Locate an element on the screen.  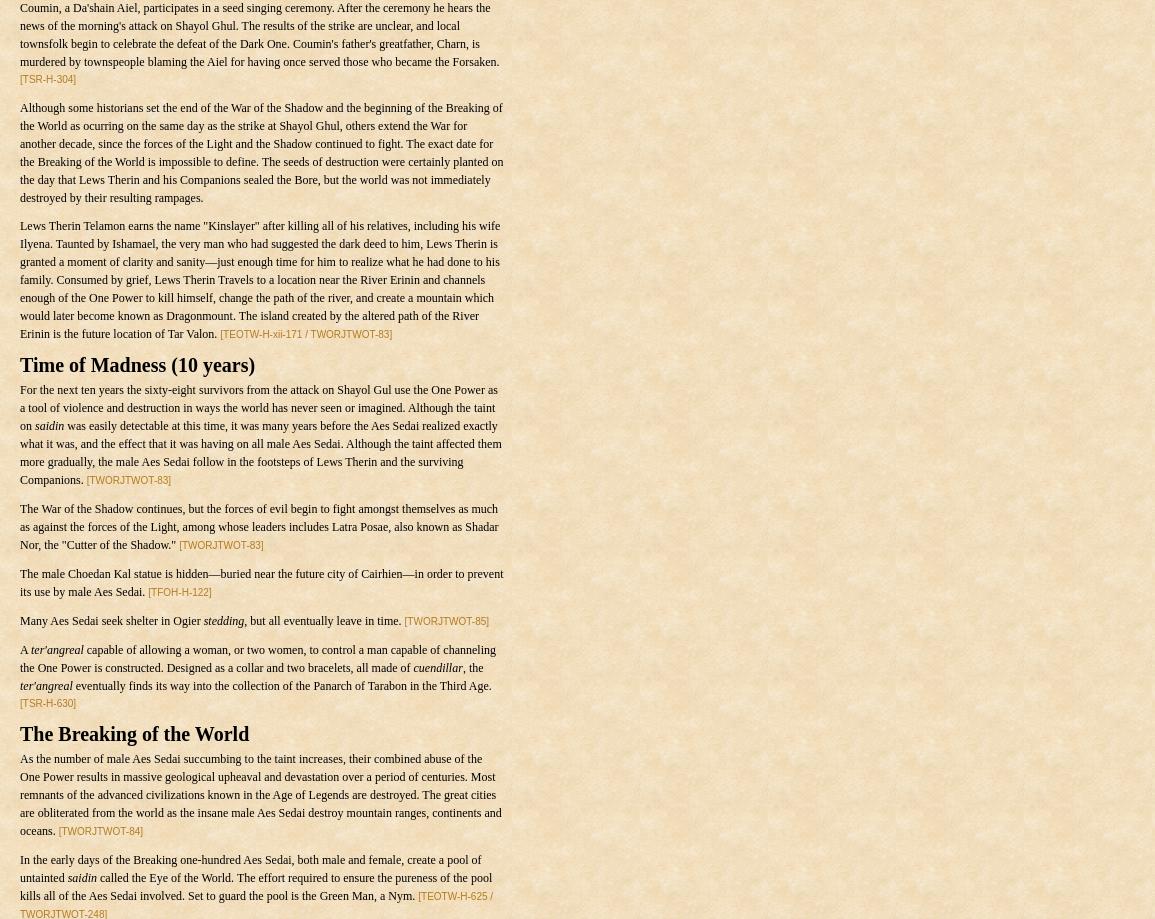
'[TSR-H-630]' is located at coordinates (47, 702).